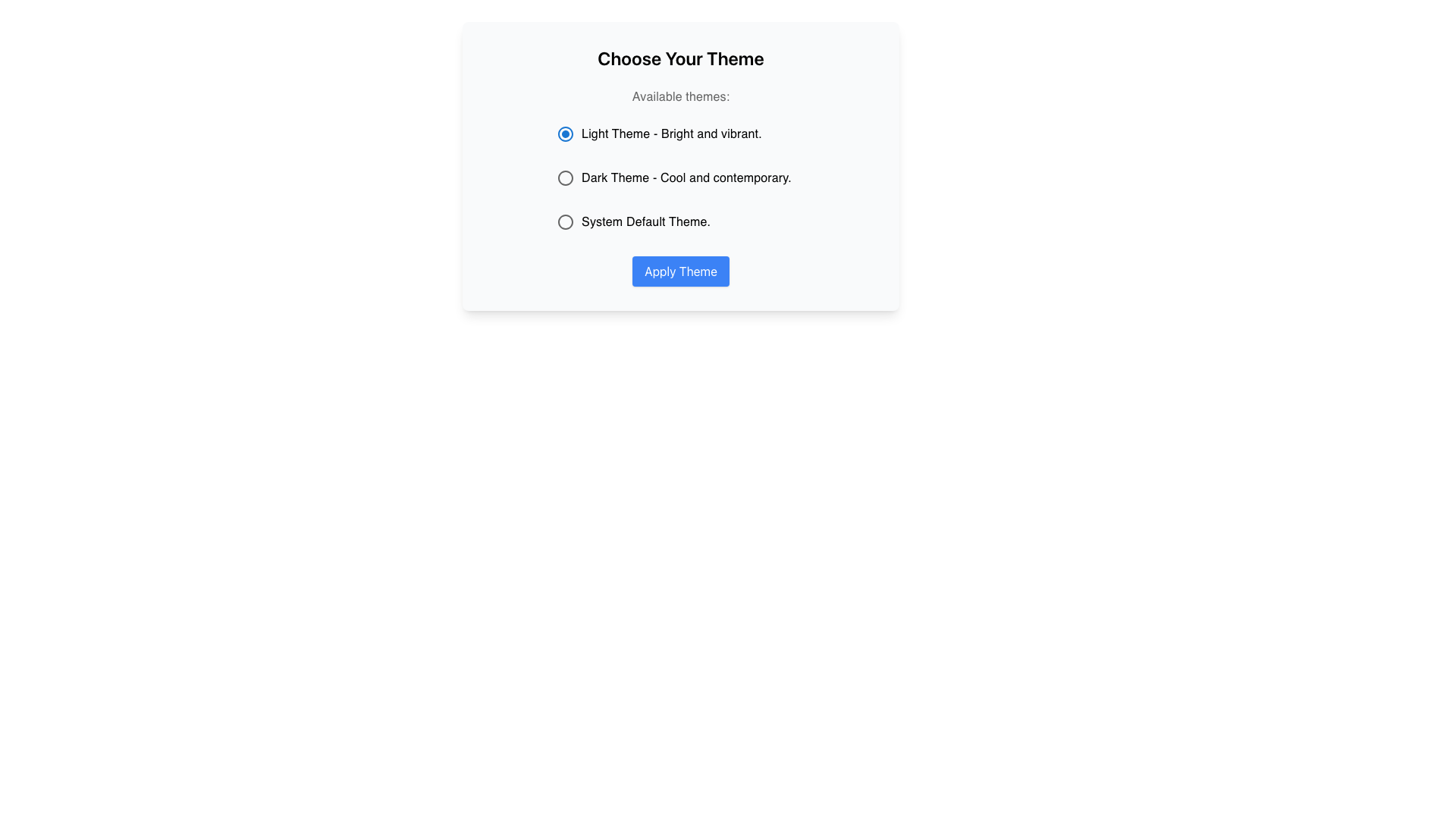  Describe the element at coordinates (670, 133) in the screenshot. I see `the text label that reads 'Light Theme - Bright and vibrant.' which is the topmost entry in a vertically arranged selection list inside a modal` at that location.